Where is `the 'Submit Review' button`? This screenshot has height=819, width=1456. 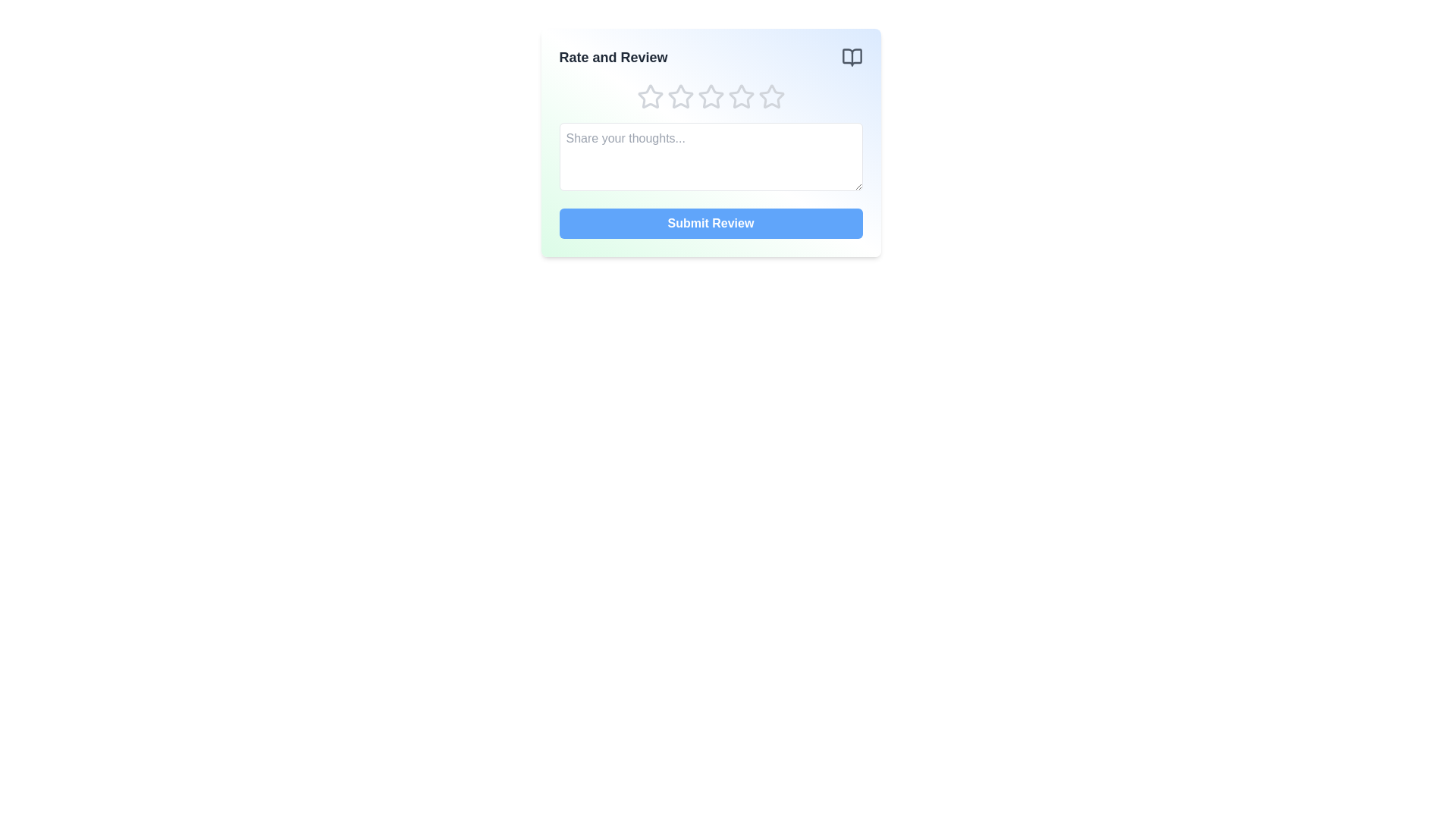
the 'Submit Review' button is located at coordinates (710, 223).